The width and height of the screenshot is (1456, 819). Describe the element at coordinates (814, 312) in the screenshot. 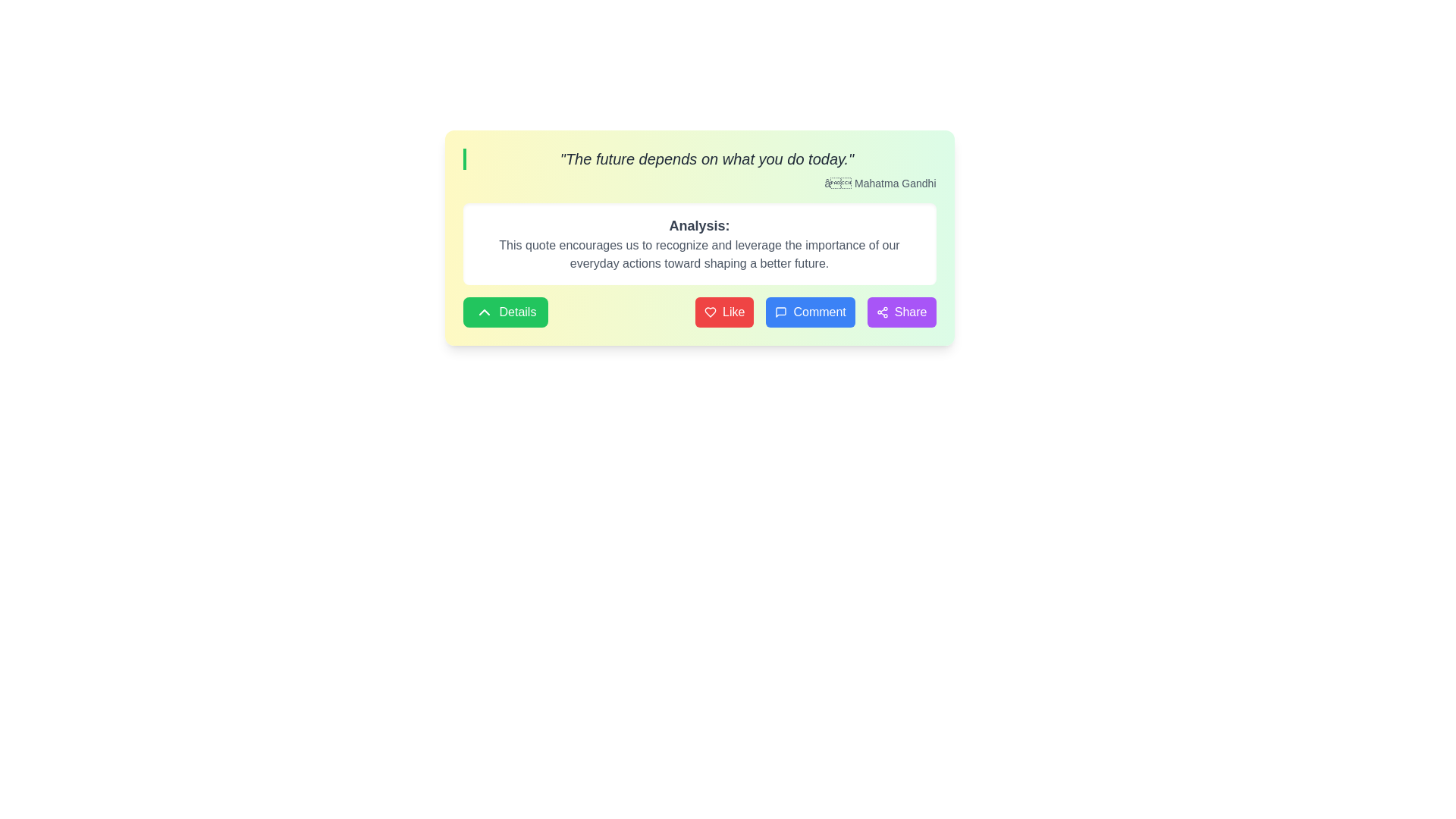

I see `the 'Comment' button, which is a rectangular button with a blue background and white text, featuring a speech bubble icon on the left, located between the 'Like' and 'Share' buttons` at that location.